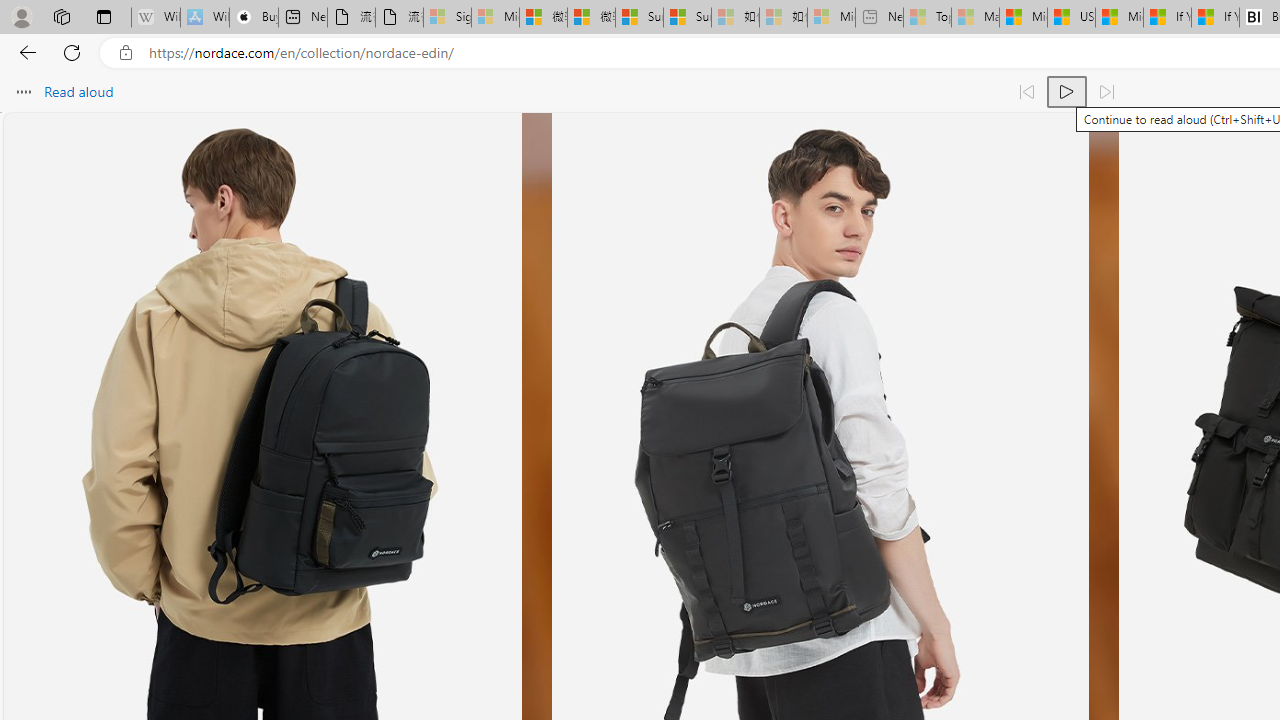  What do you see at coordinates (61, 16) in the screenshot?
I see `'Workspaces'` at bounding box center [61, 16].